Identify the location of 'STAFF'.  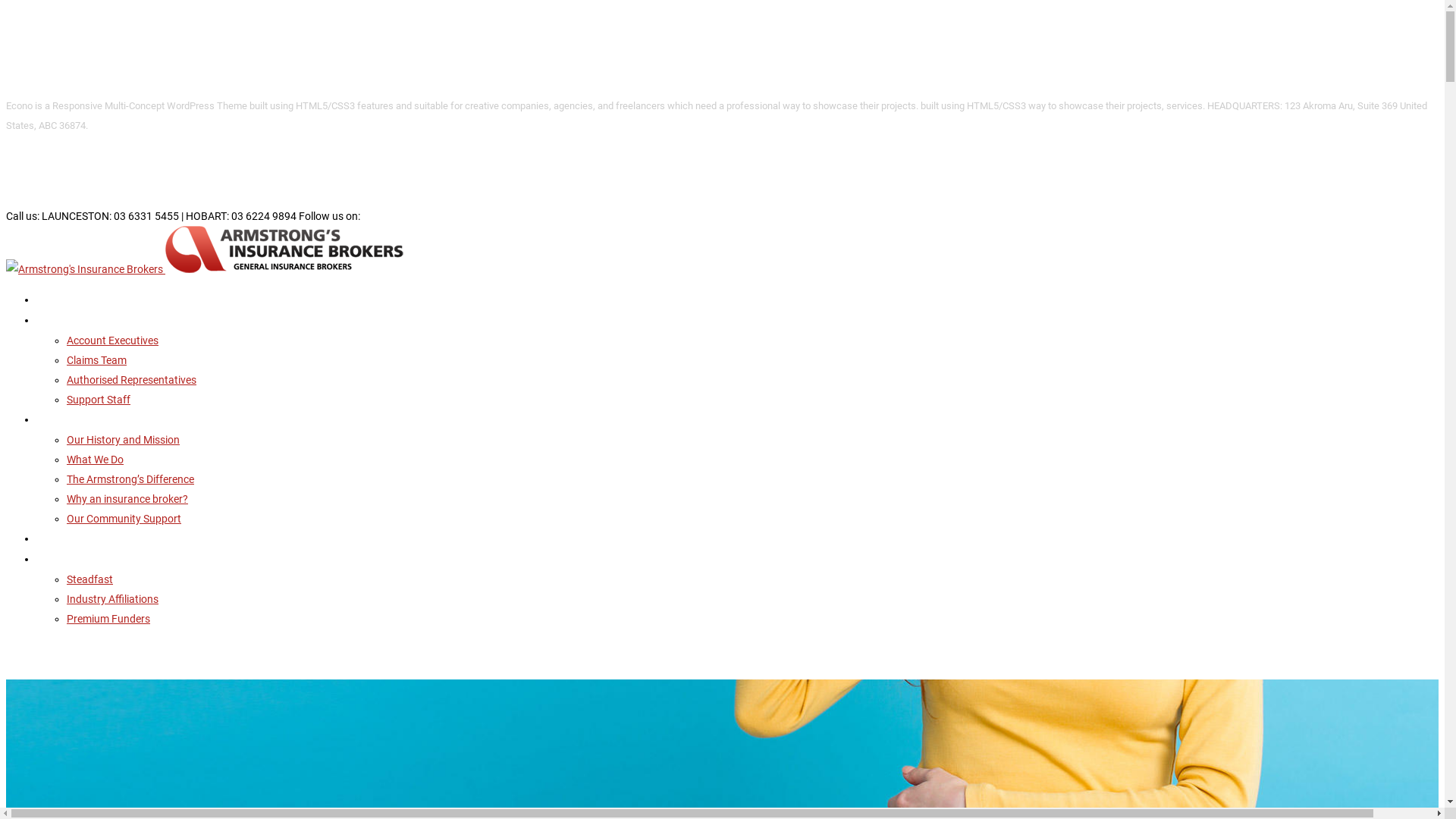
(51, 319).